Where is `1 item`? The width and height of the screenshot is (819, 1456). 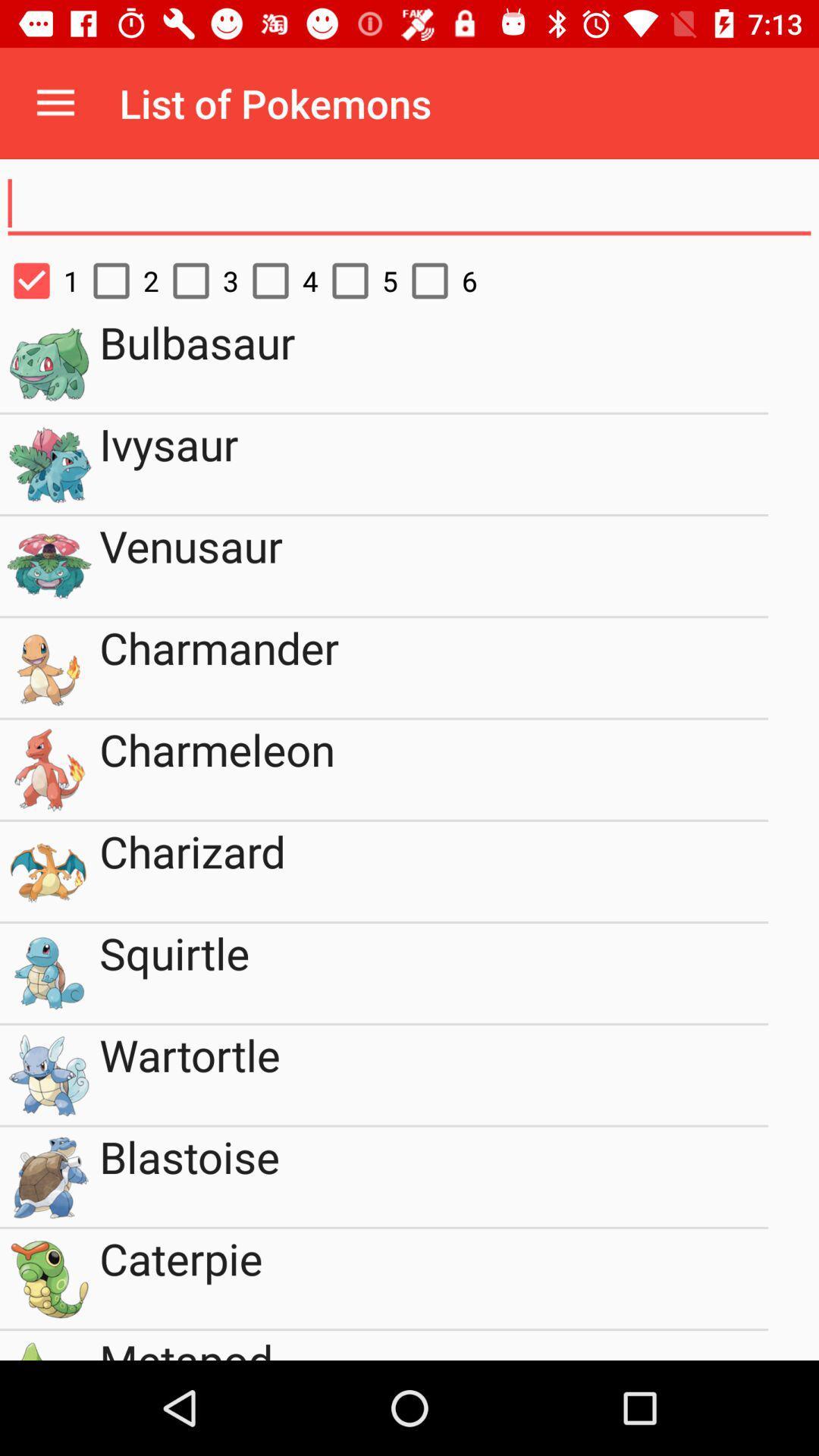 1 item is located at coordinates (39, 281).